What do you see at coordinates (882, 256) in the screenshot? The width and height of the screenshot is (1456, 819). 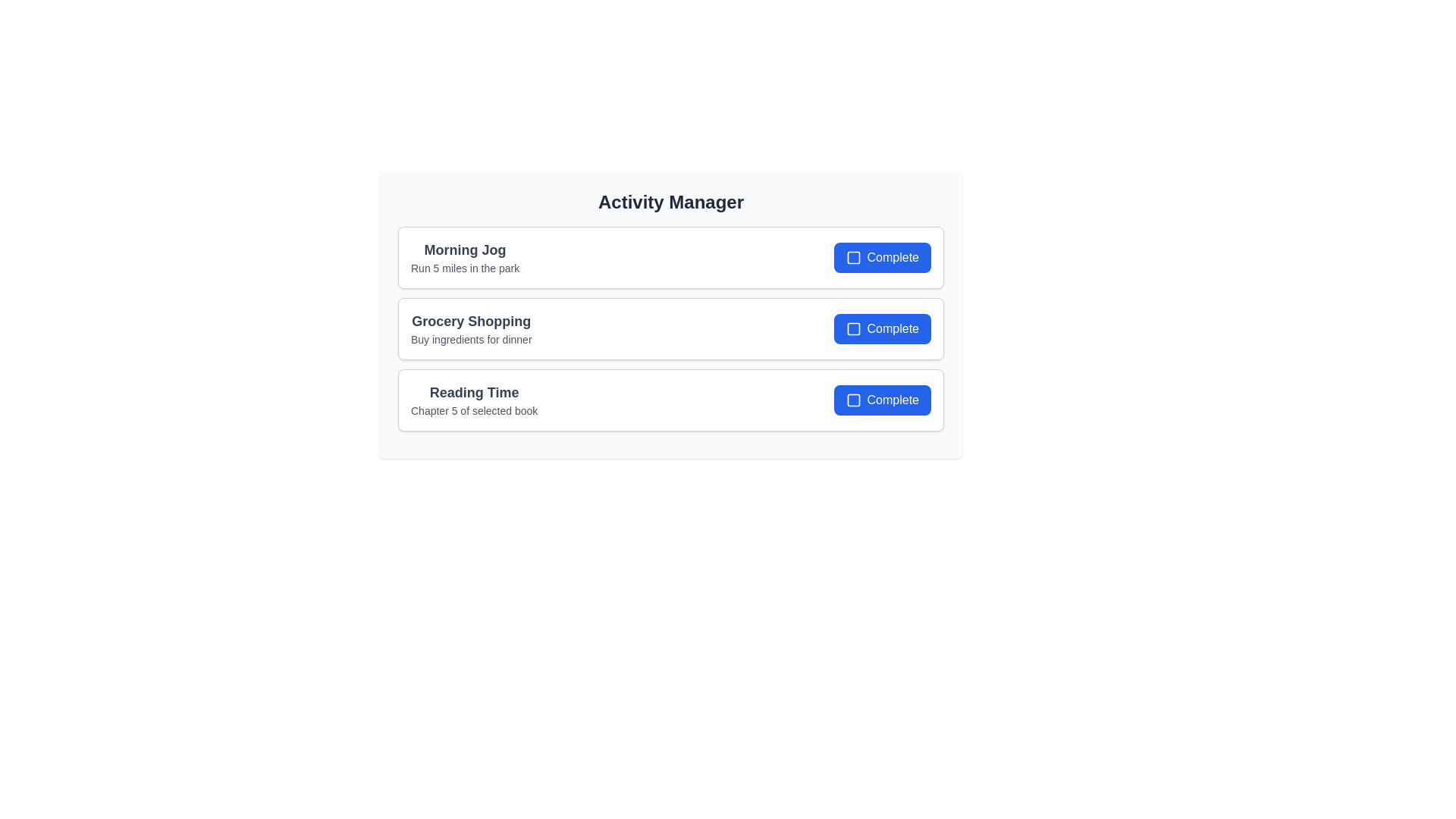 I see `the button with an embedded checkbox icon located at the top of the vertical list to mark the task 'Morning Jog' as complete` at bounding box center [882, 256].